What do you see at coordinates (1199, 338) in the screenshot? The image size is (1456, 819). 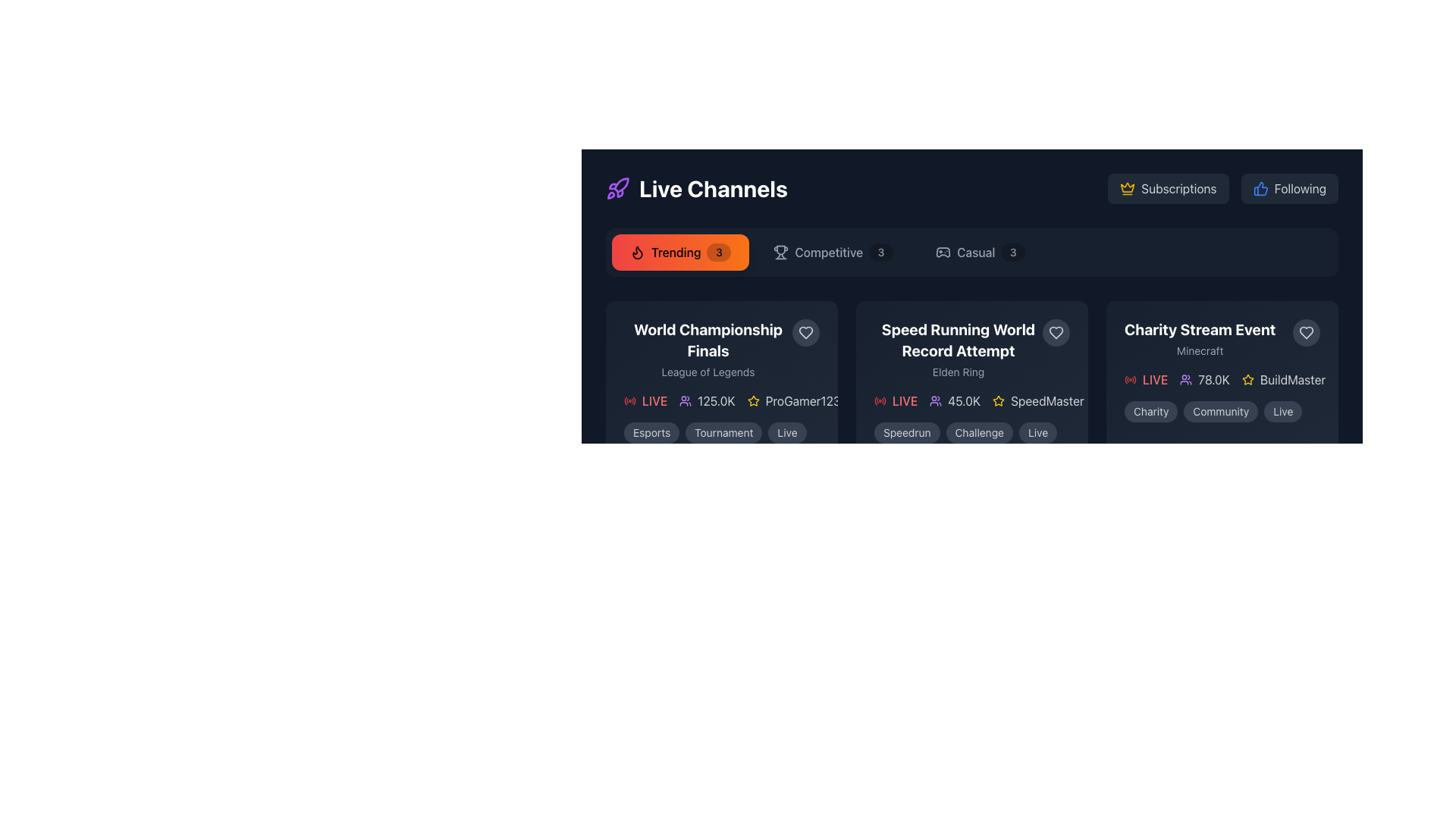 I see `text from the 'Charity Stream Event' label, which displays 'Charity Stream Event' in bold white font and 'Minecraft' in smaller gray font, located within the third column of the 'Live Channels' section` at bounding box center [1199, 338].